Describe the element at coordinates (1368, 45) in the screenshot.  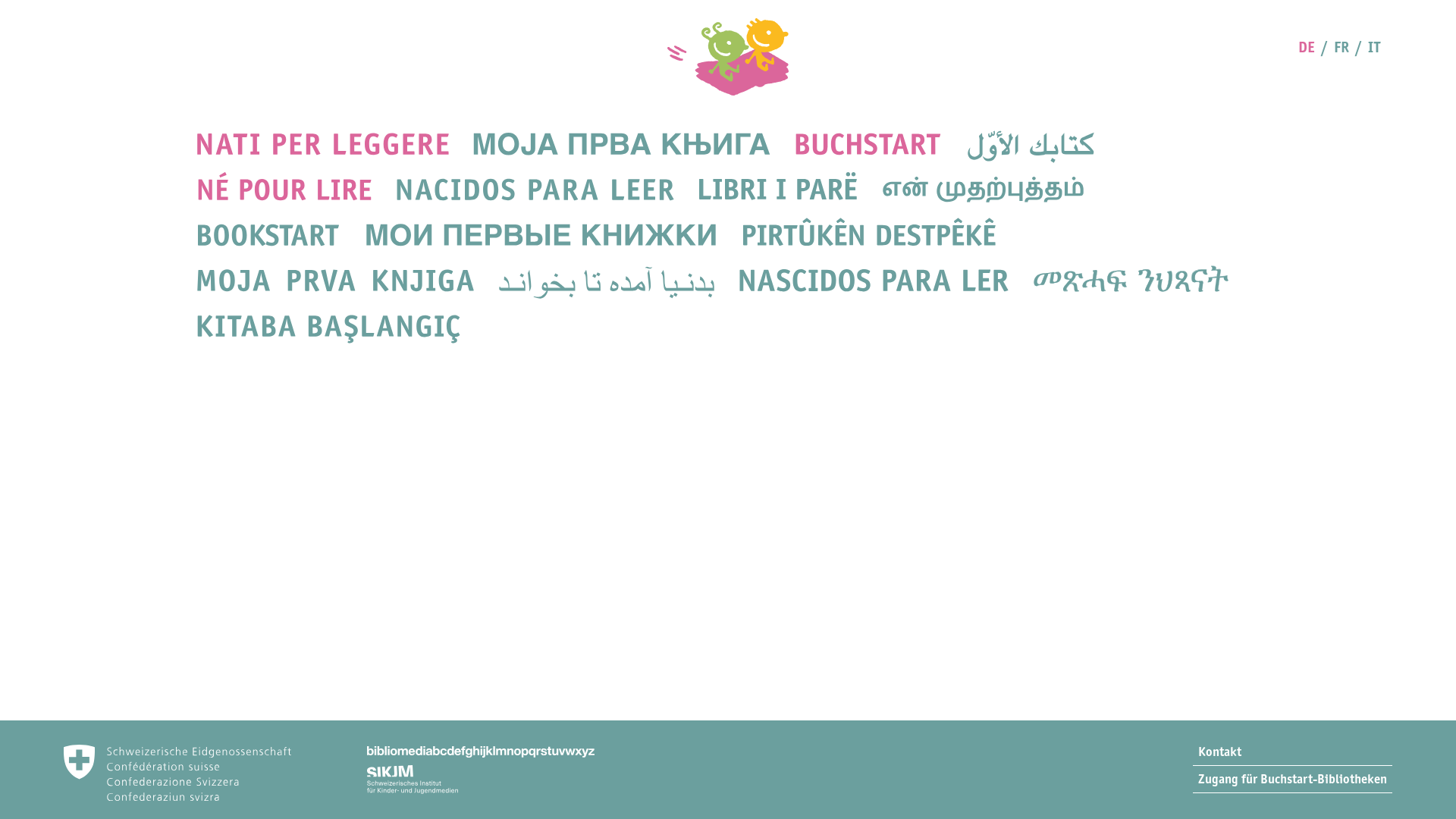
I see `'IT'` at that location.